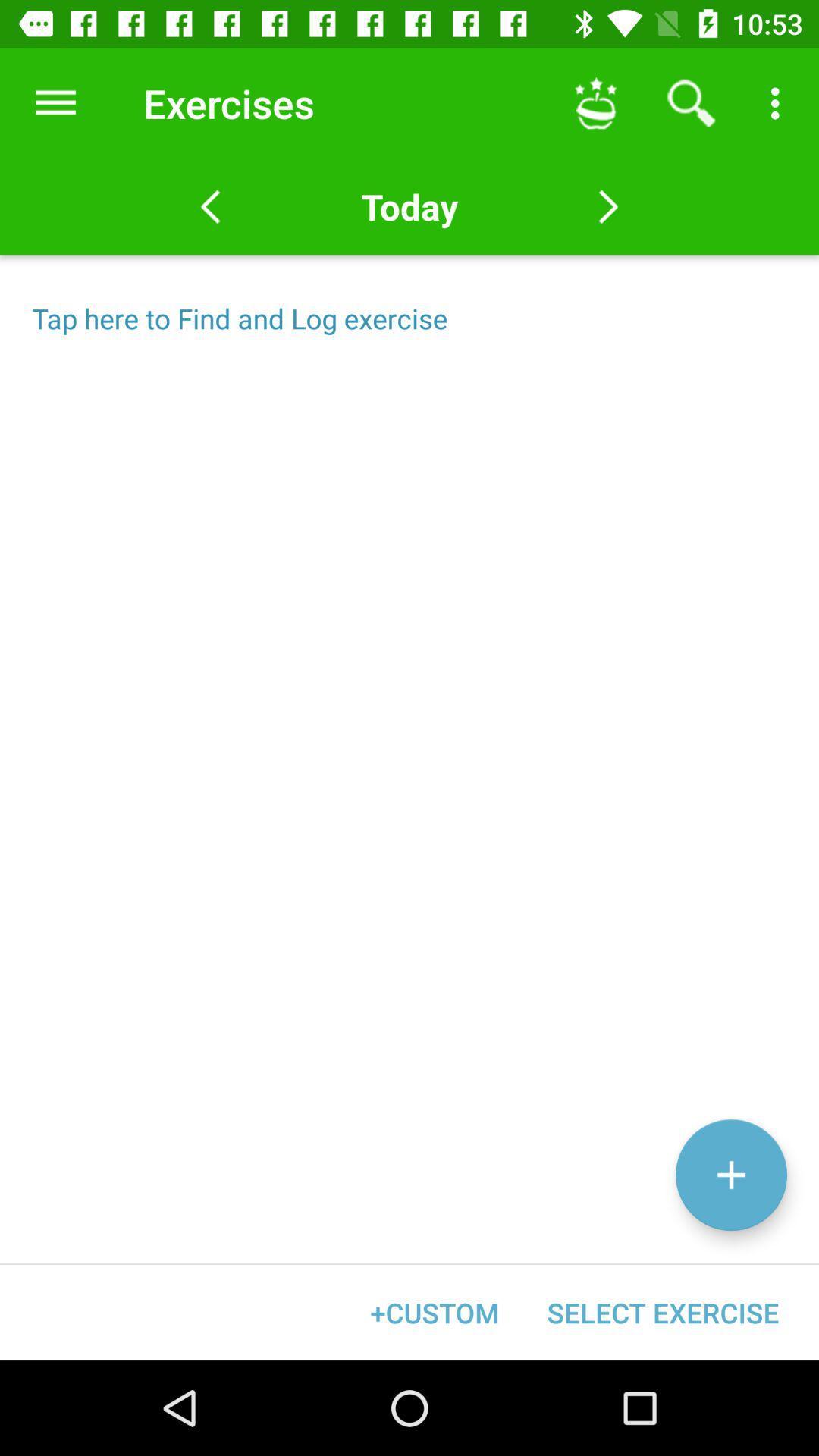 The height and width of the screenshot is (1456, 819). I want to click on more option on the top right corner, so click(779, 103).